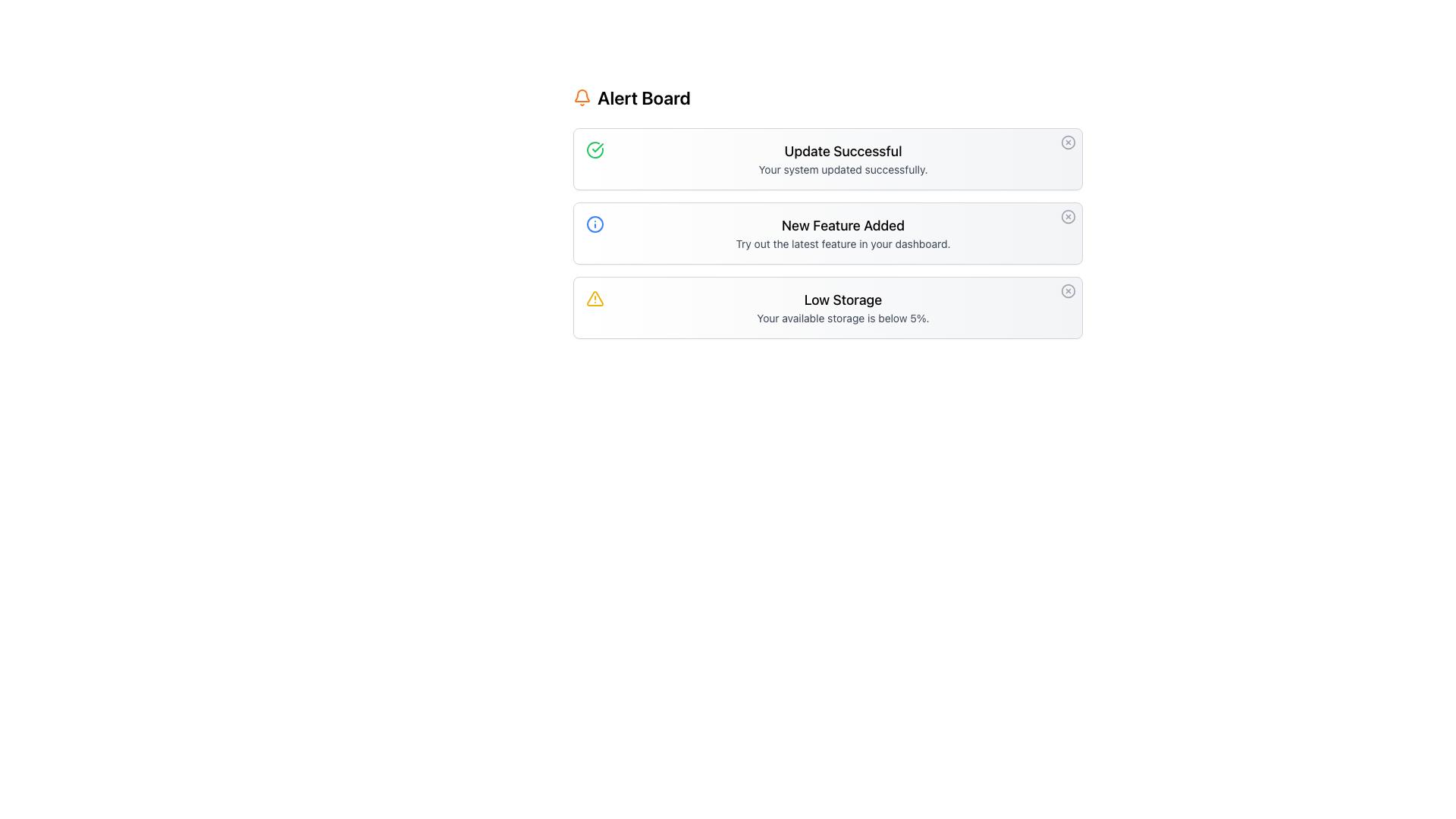  What do you see at coordinates (843, 307) in the screenshot?
I see `Textual Notification about low storage availability, which is the third alert in the 'Alert Board' section, positioned between the 'New Feature Added' alert and the bottom margin` at bounding box center [843, 307].